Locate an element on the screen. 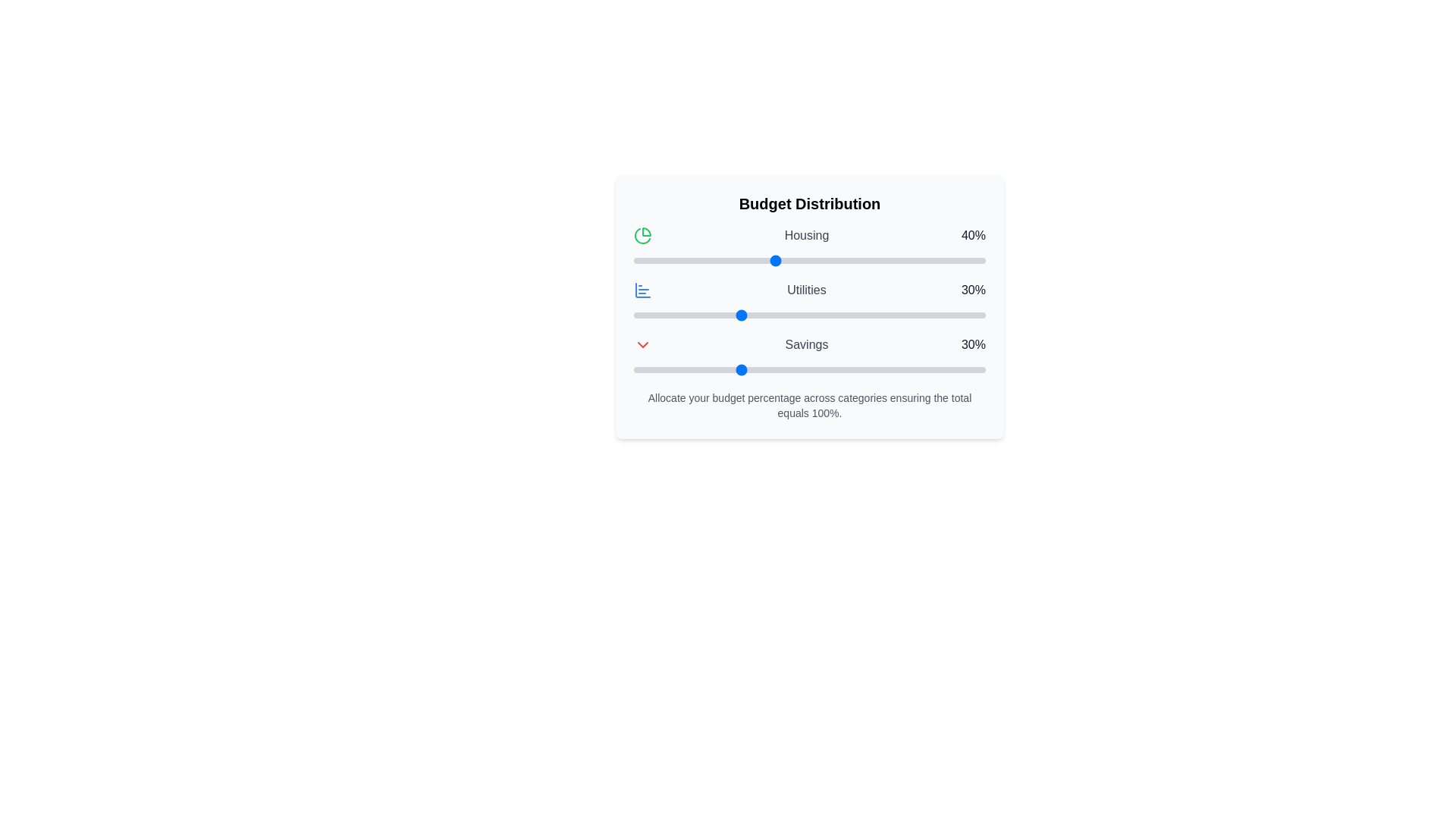 This screenshot has width=1456, height=819. the slider value is located at coordinates (771, 315).